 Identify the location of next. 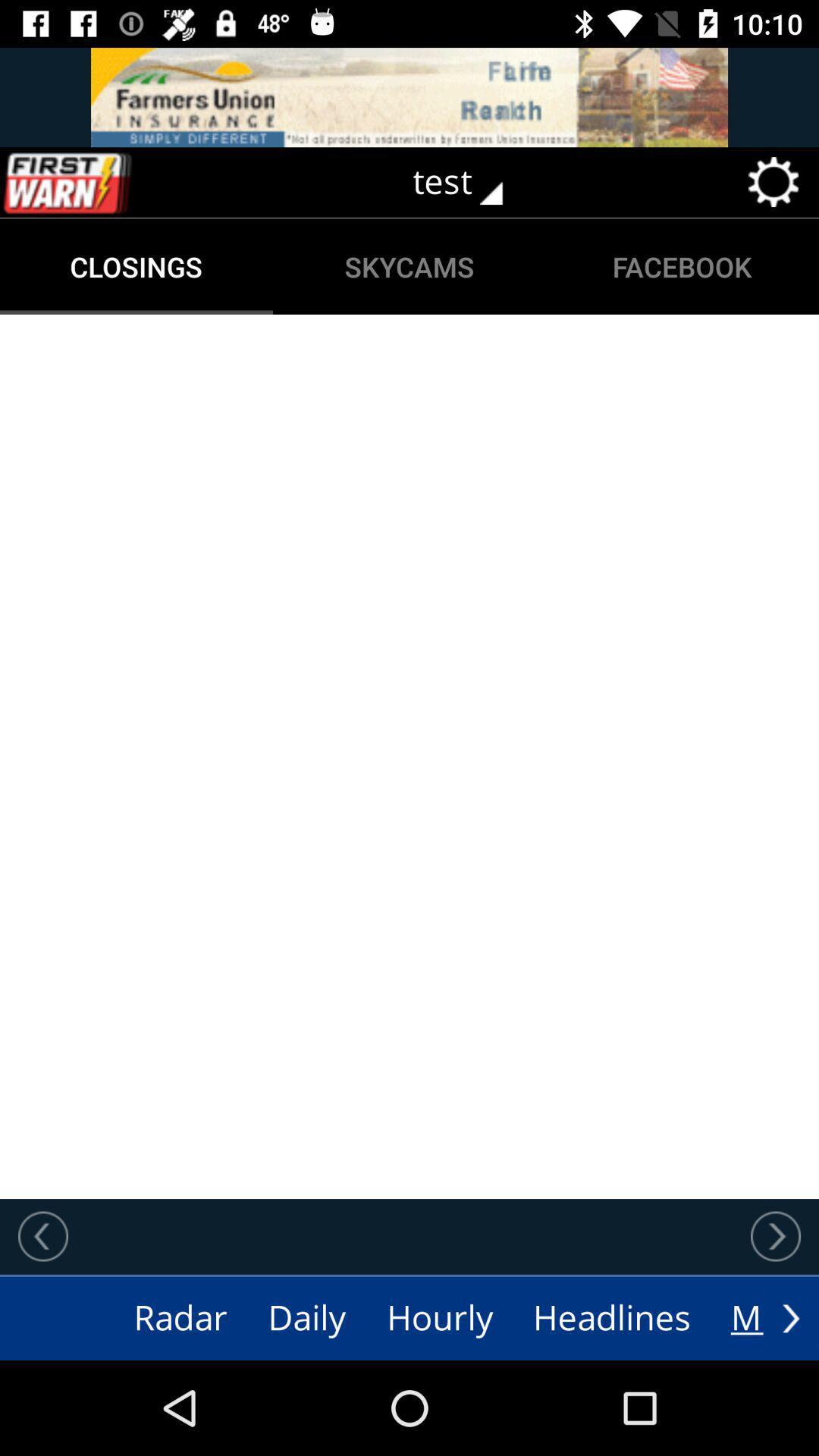
(790, 1317).